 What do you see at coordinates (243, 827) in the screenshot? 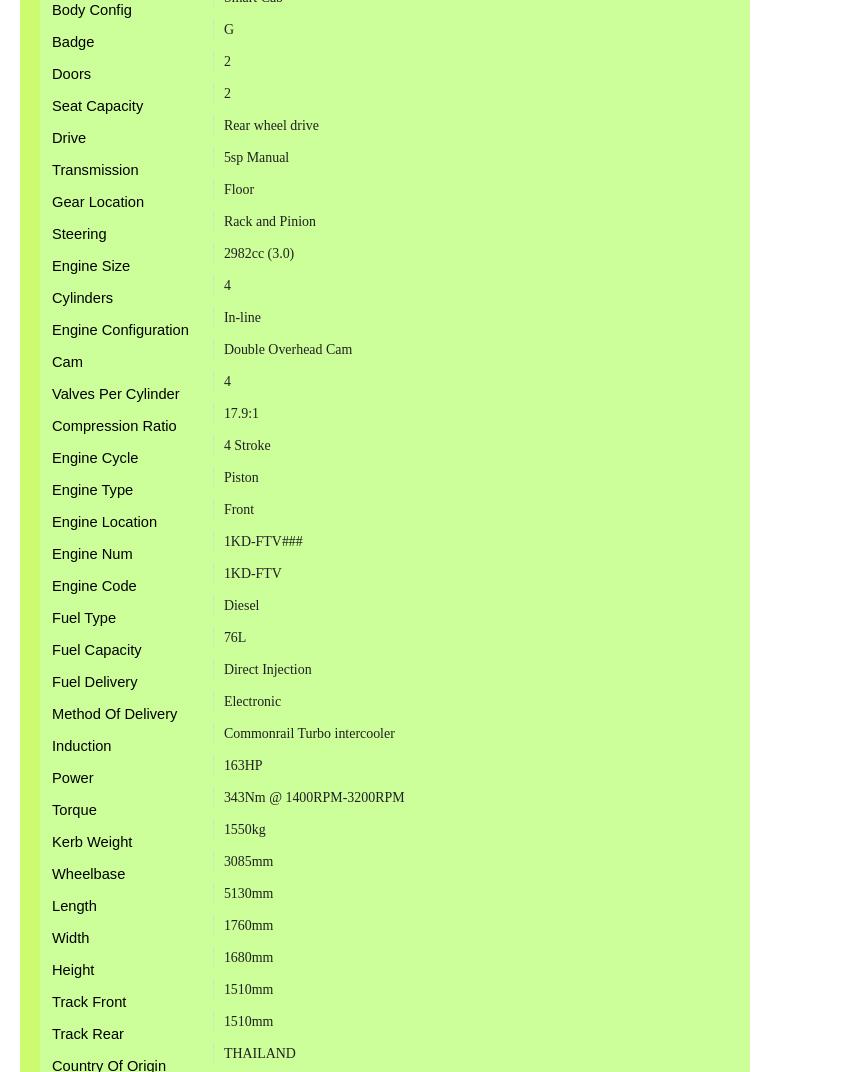
I see `'1550kg'` at bounding box center [243, 827].